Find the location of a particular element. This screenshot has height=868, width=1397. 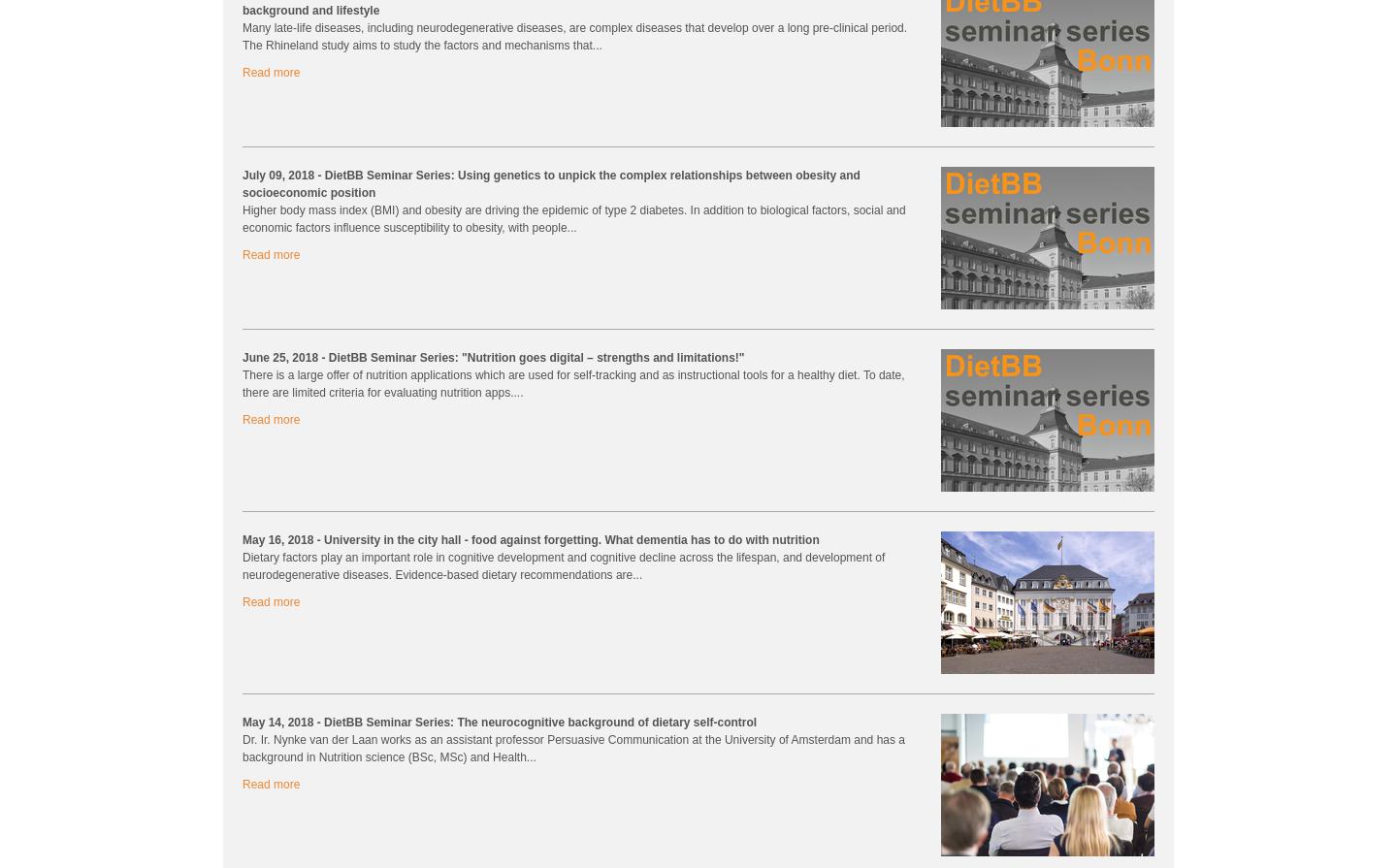

'- DietBB Seminar Series: The neurocognitive background of dietary self-control' is located at coordinates (536, 721).